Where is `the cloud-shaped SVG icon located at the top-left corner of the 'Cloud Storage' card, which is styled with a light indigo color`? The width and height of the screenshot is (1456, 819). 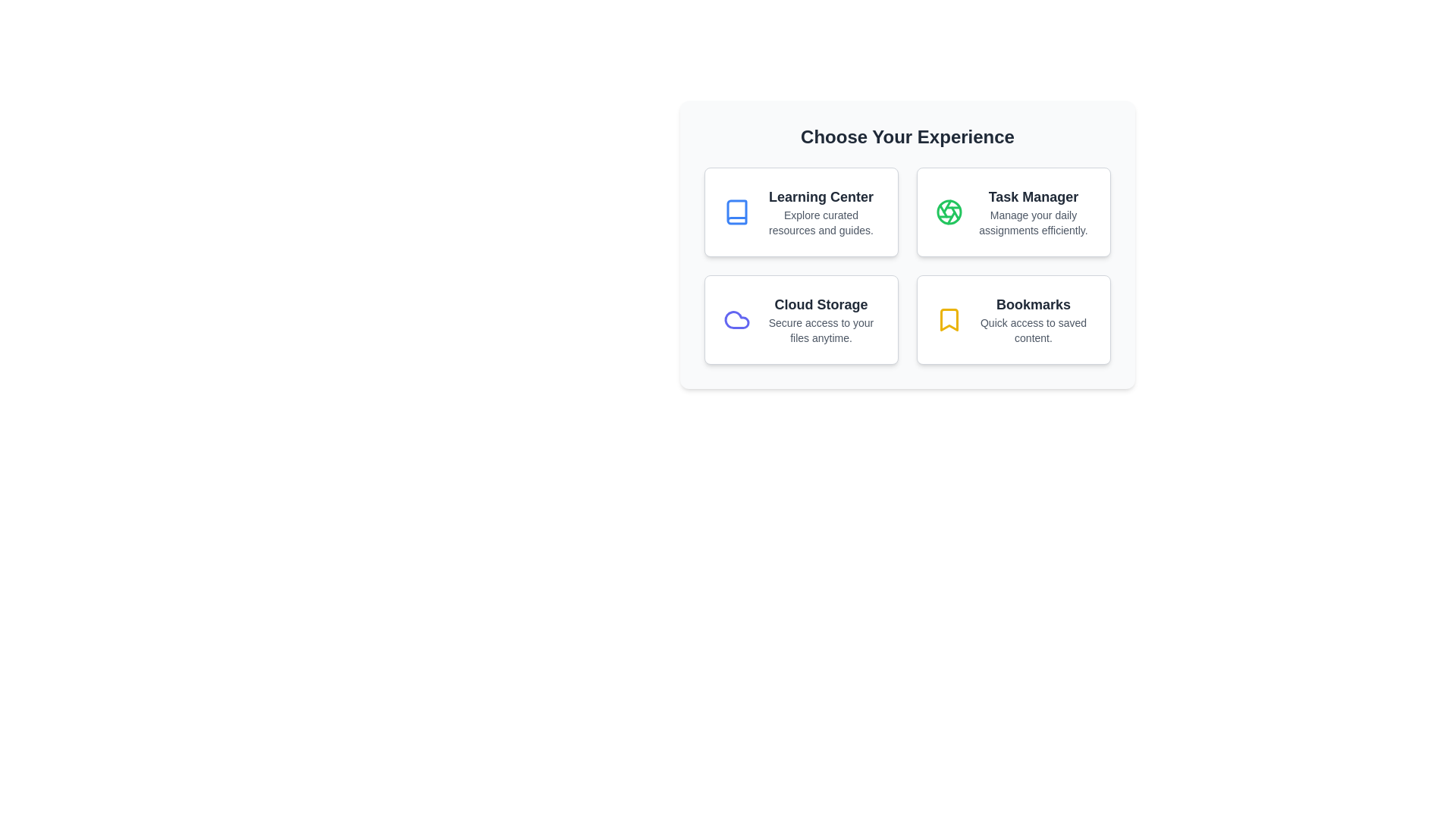
the cloud-shaped SVG icon located at the top-left corner of the 'Cloud Storage' card, which is styled with a light indigo color is located at coordinates (736, 318).